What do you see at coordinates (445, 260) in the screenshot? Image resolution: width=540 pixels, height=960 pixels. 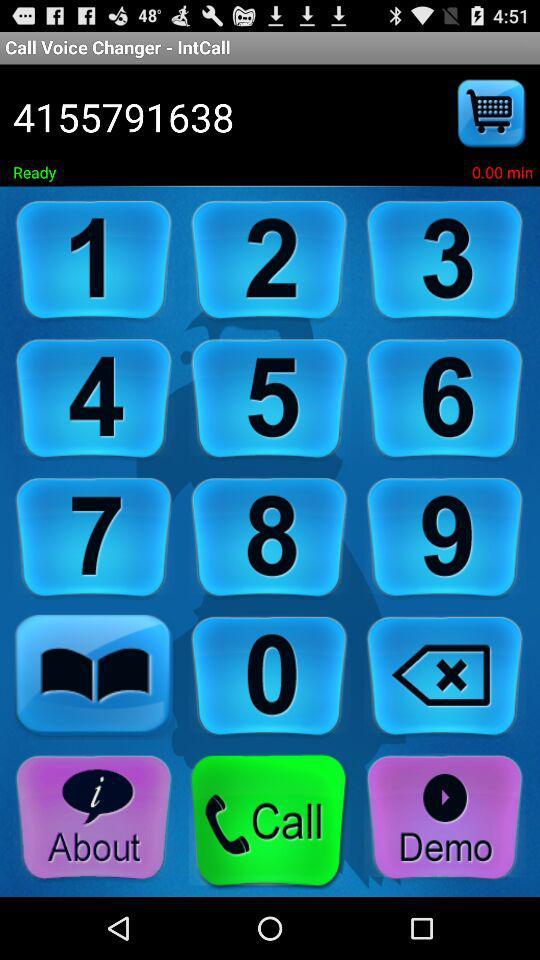 I see `input number` at bounding box center [445, 260].